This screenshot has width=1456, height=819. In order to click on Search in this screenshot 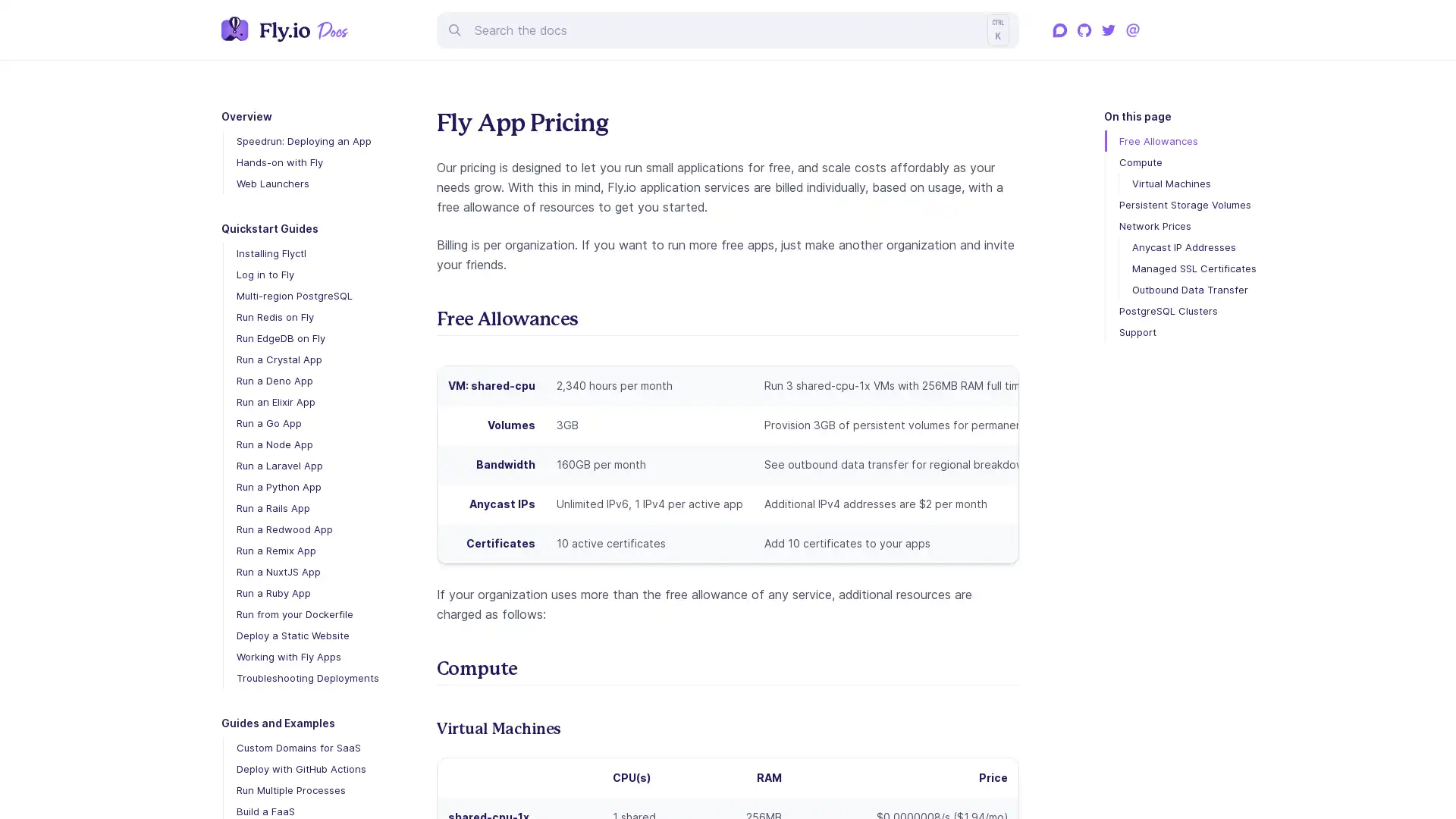, I will do `click(728, 29)`.